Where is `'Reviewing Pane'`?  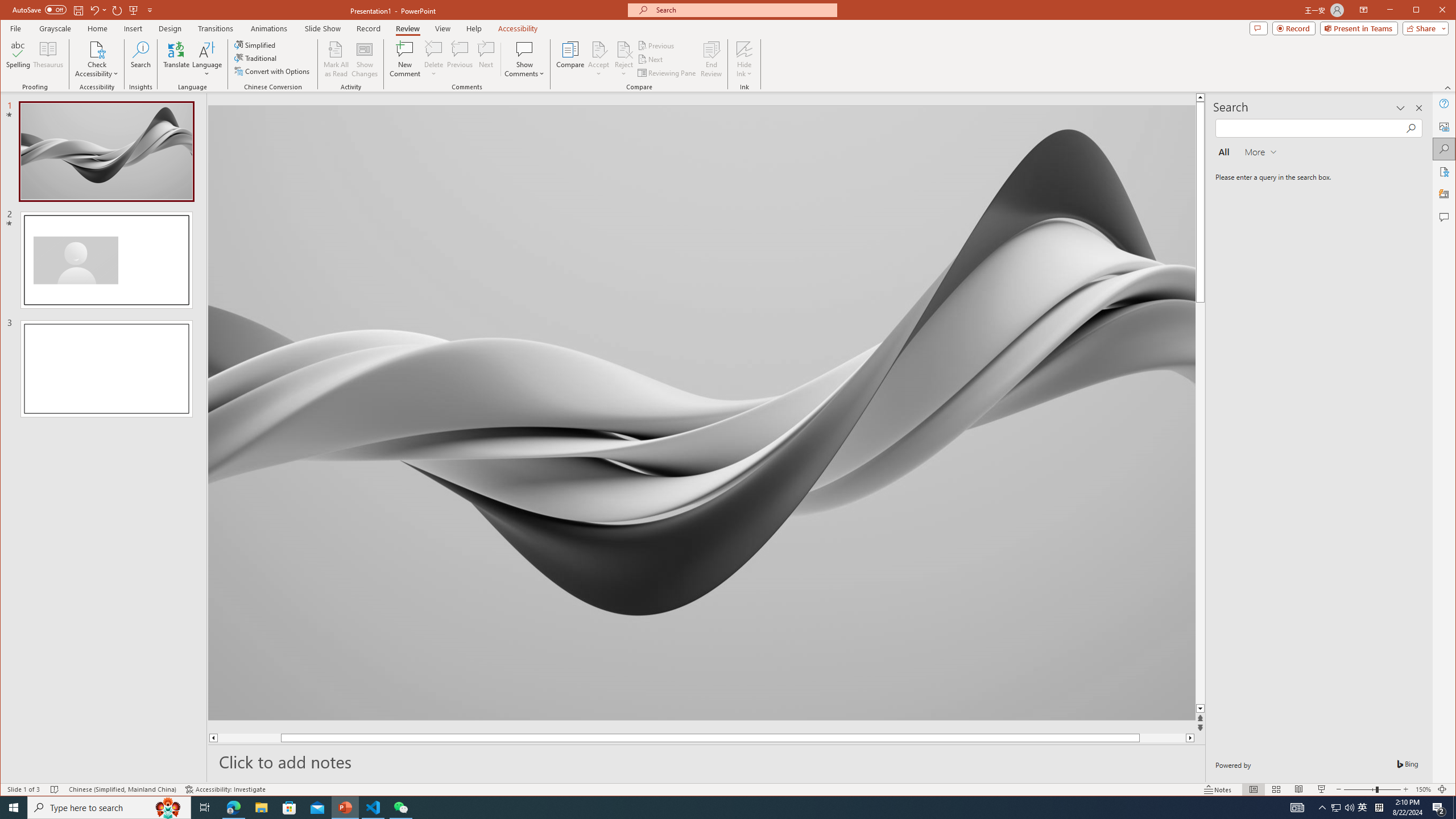 'Reviewing Pane' is located at coordinates (667, 72).